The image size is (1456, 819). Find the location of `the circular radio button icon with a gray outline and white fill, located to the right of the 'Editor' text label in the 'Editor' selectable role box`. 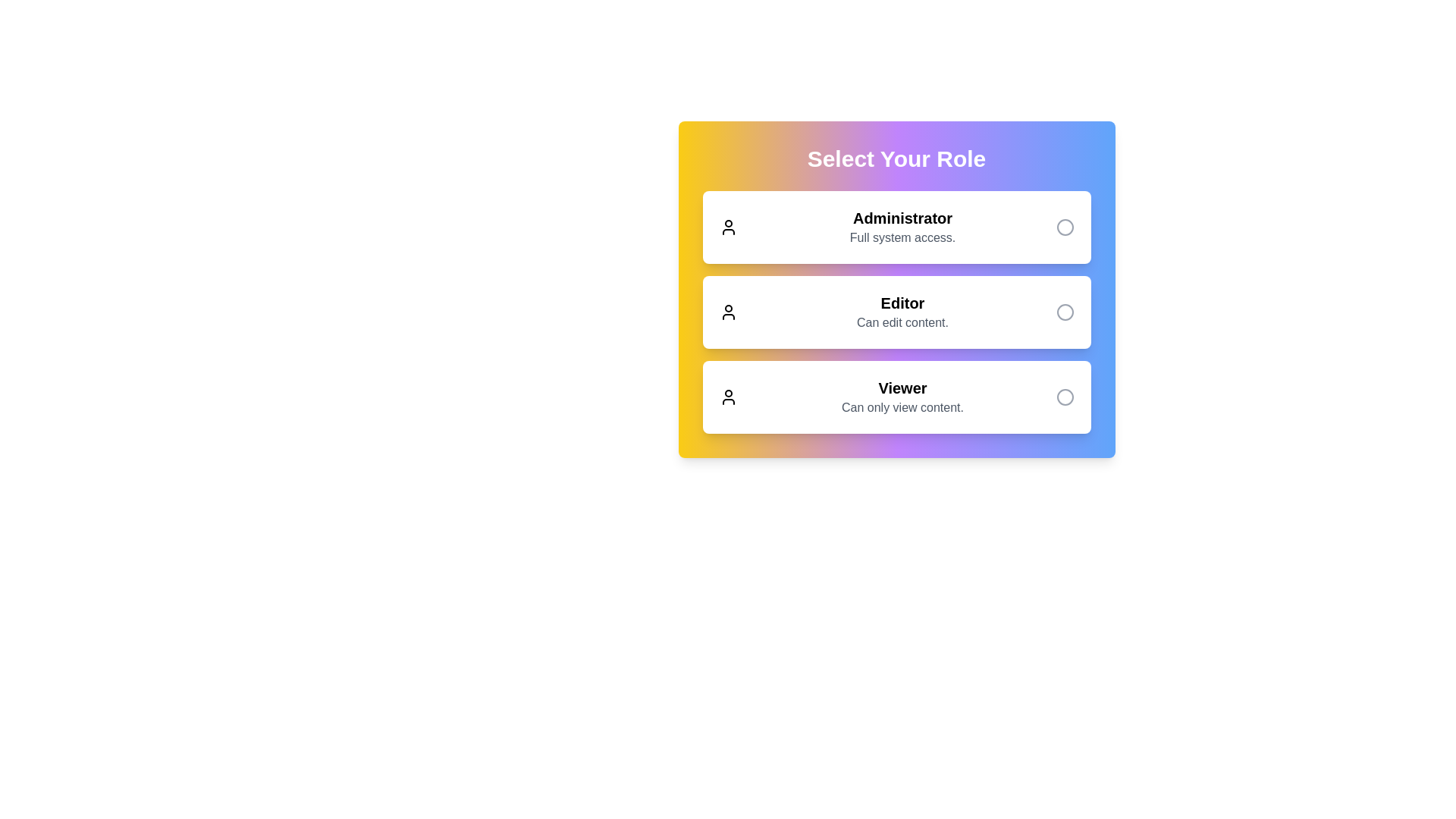

the circular radio button icon with a gray outline and white fill, located to the right of the 'Editor' text label in the 'Editor' selectable role box is located at coordinates (1064, 312).